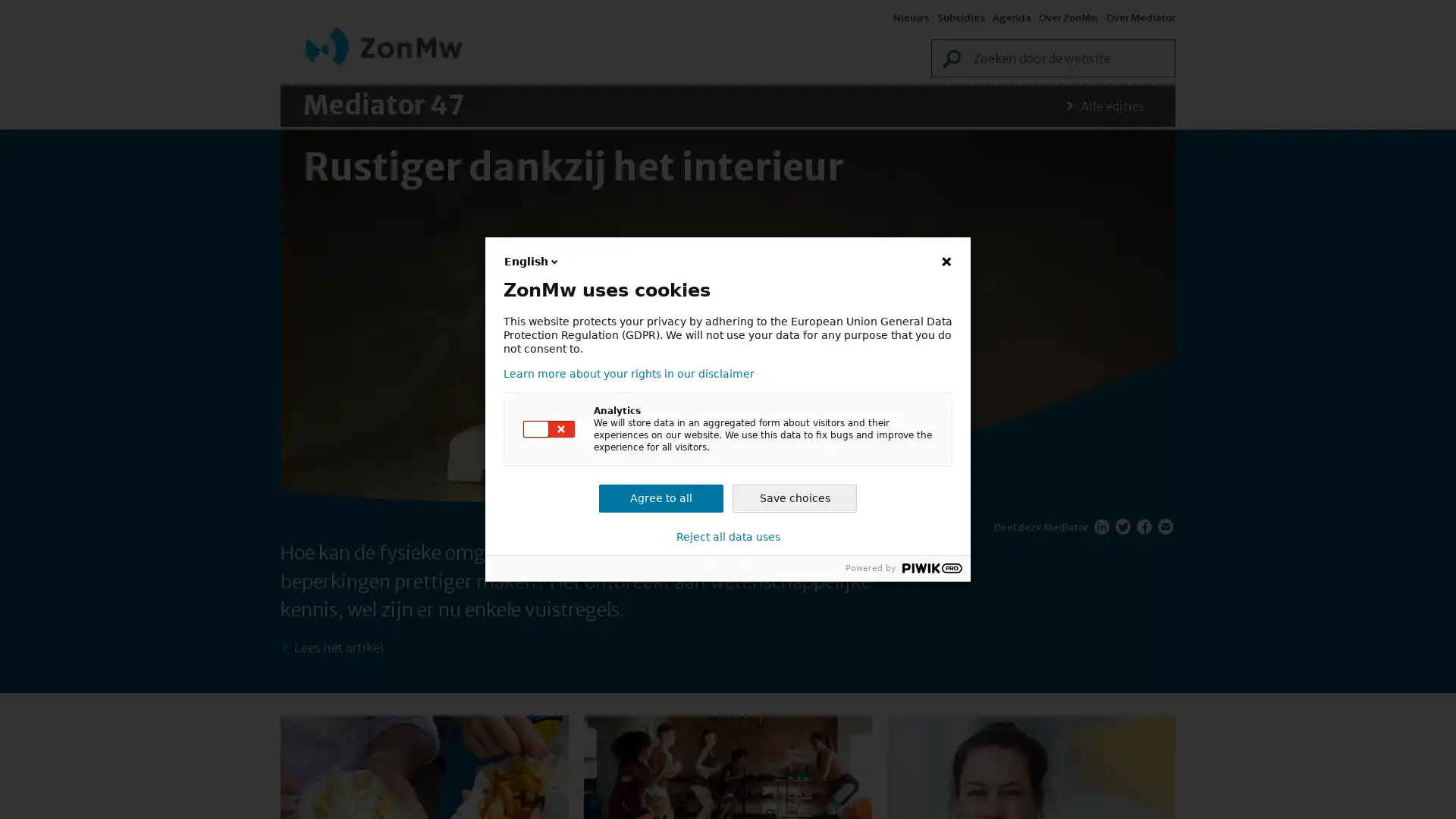 The width and height of the screenshot is (1456, 819). What do you see at coordinates (793, 498) in the screenshot?
I see `Save choices` at bounding box center [793, 498].